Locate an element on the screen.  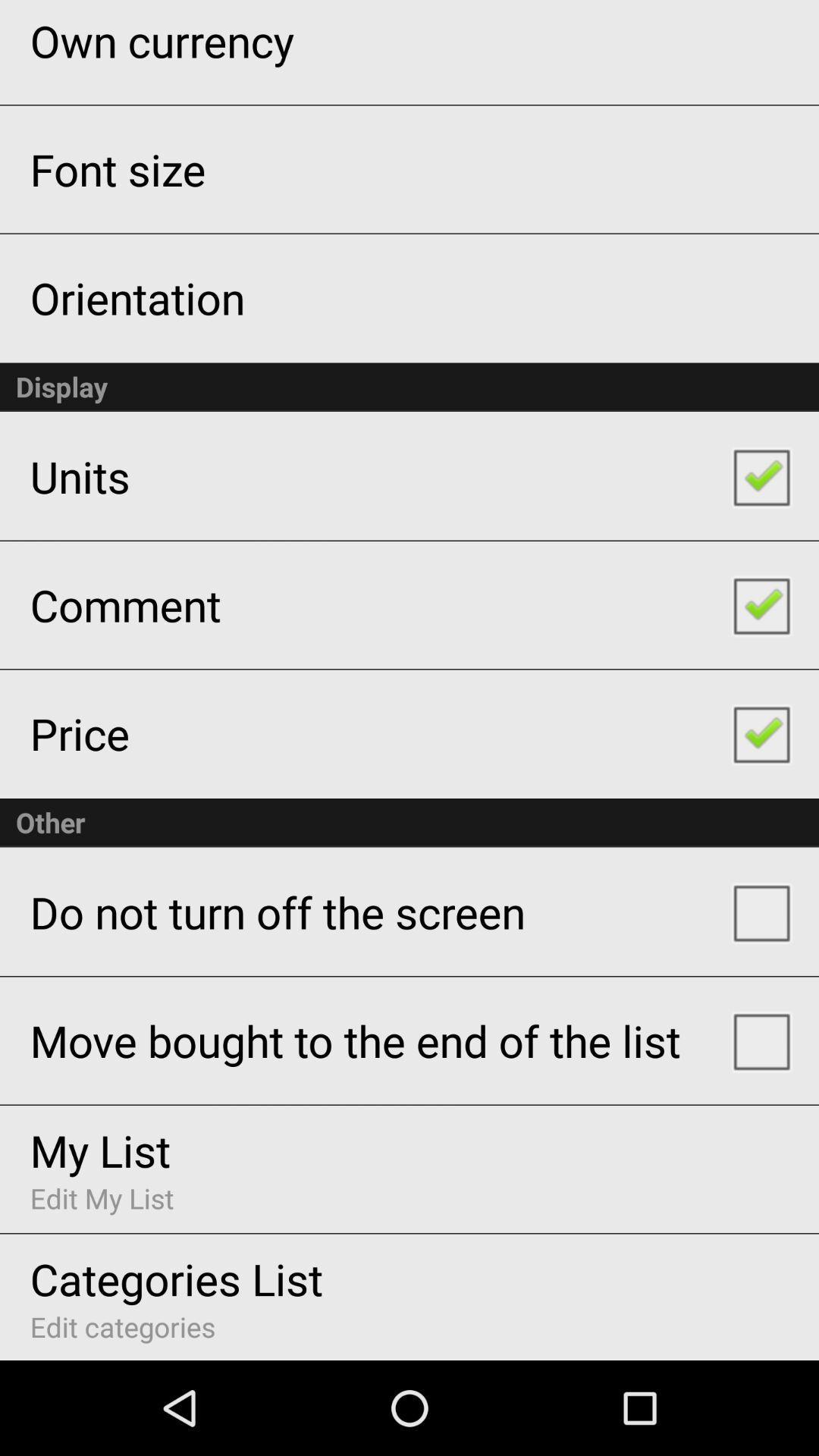
the item below the own currency app is located at coordinates (117, 169).